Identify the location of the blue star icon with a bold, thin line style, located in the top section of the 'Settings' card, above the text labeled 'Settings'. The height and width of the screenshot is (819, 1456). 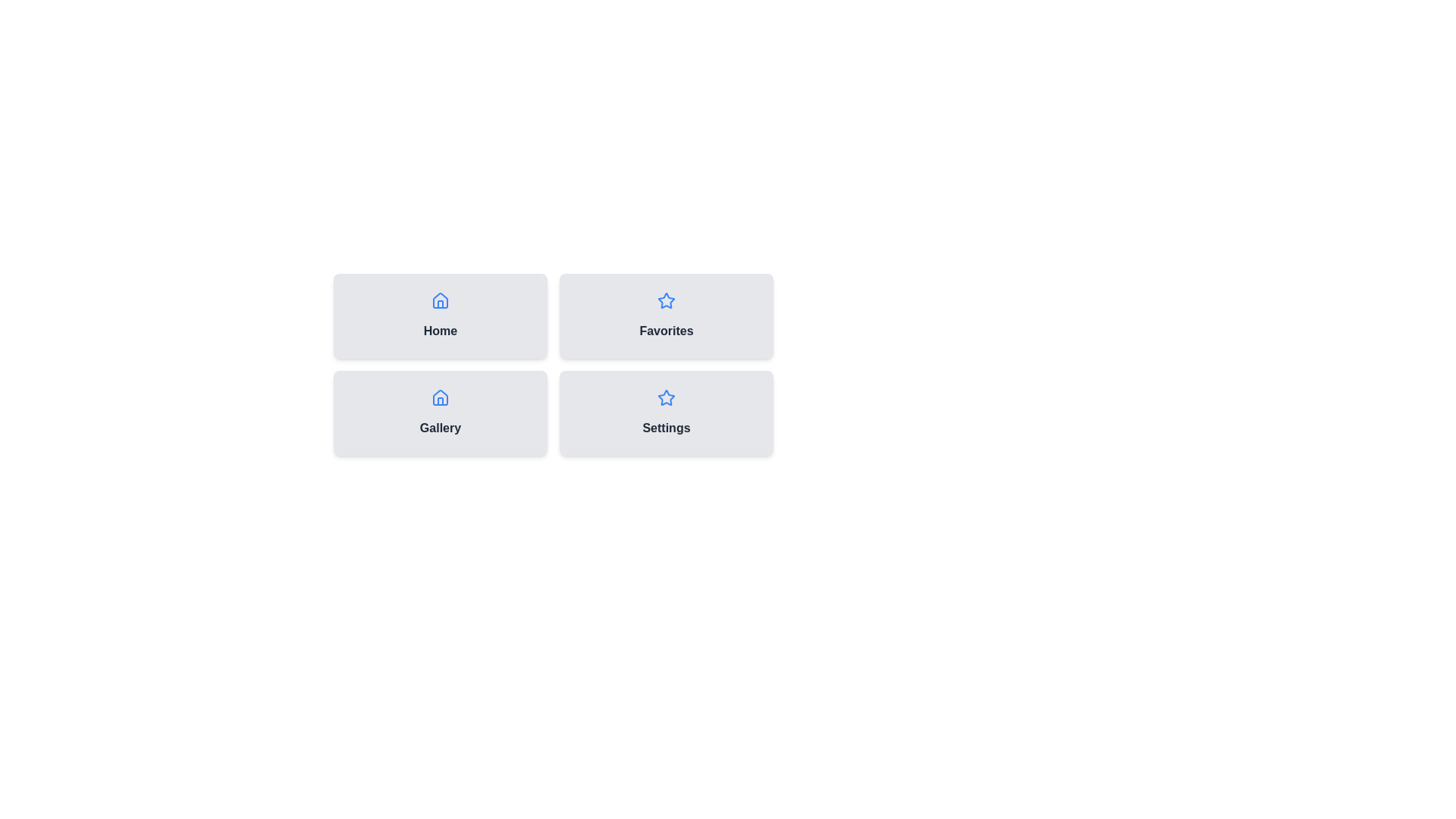
(666, 397).